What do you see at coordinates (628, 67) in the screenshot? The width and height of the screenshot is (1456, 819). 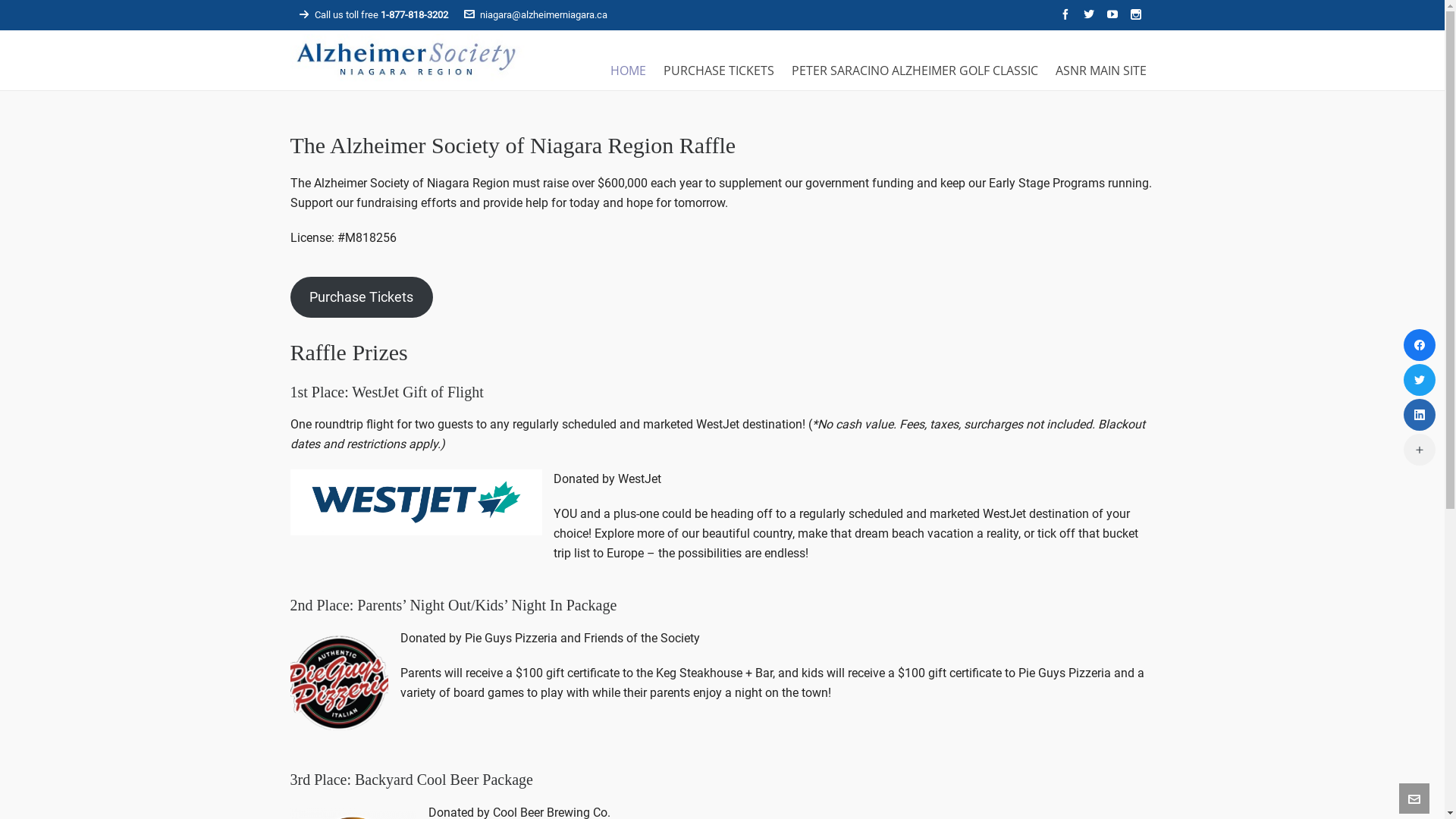 I see `'HOME'` at bounding box center [628, 67].